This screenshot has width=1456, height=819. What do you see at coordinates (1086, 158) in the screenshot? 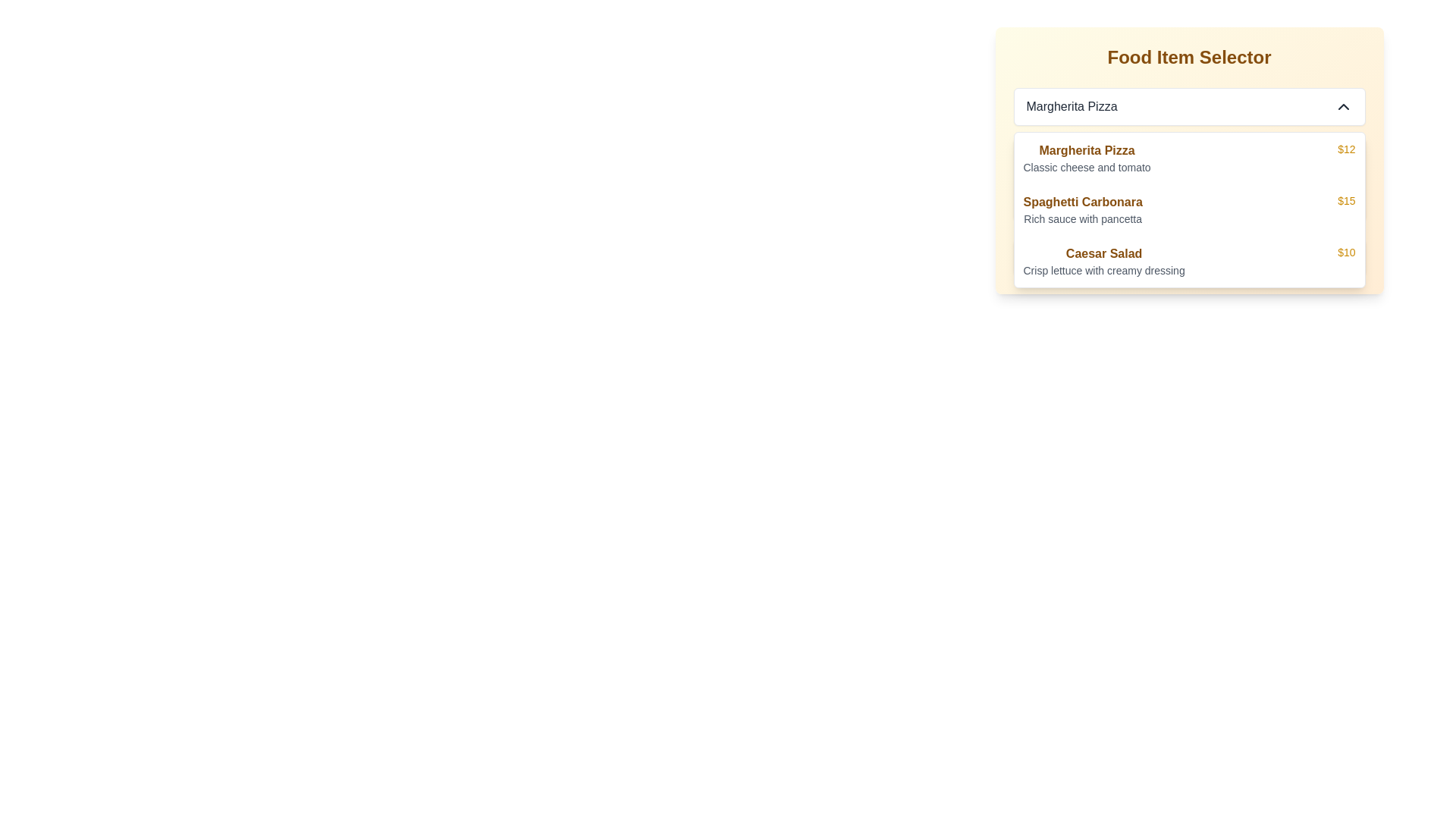
I see `the 'Margherita Pizza' text display element which shows the name and description of the dish in the food item selection interface` at bounding box center [1086, 158].